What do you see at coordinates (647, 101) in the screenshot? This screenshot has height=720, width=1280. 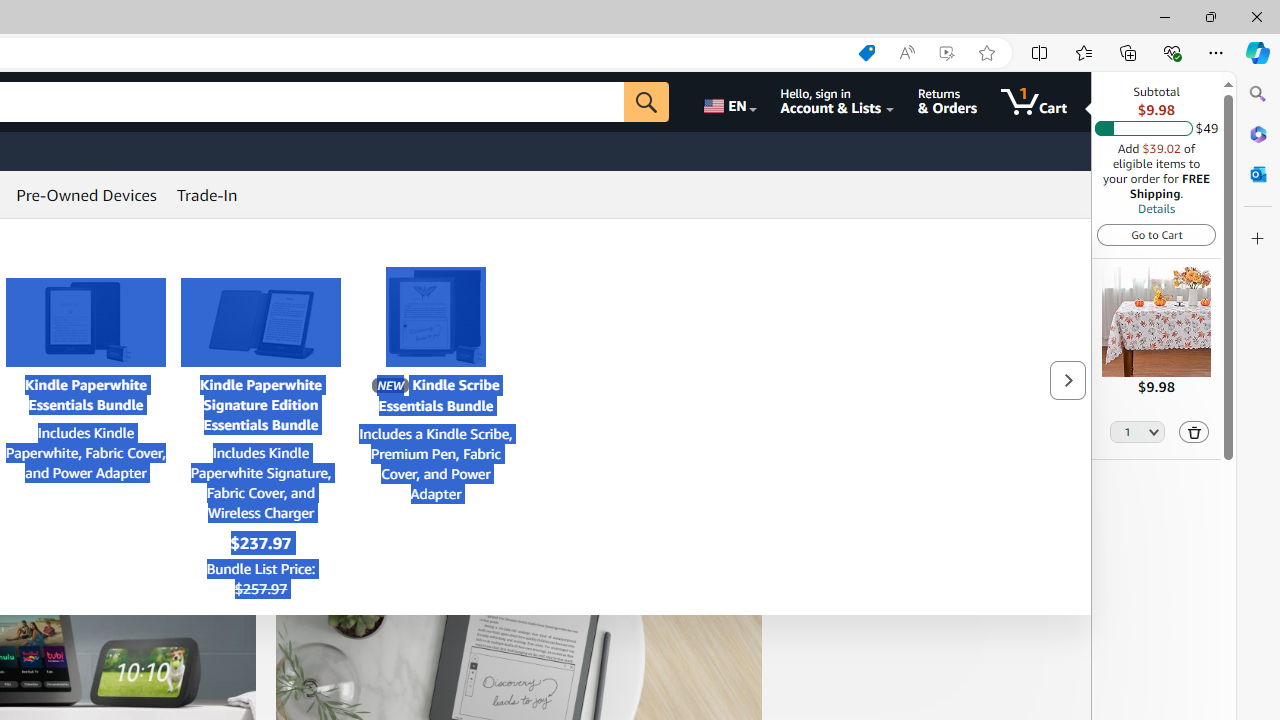 I see `'Go'` at bounding box center [647, 101].